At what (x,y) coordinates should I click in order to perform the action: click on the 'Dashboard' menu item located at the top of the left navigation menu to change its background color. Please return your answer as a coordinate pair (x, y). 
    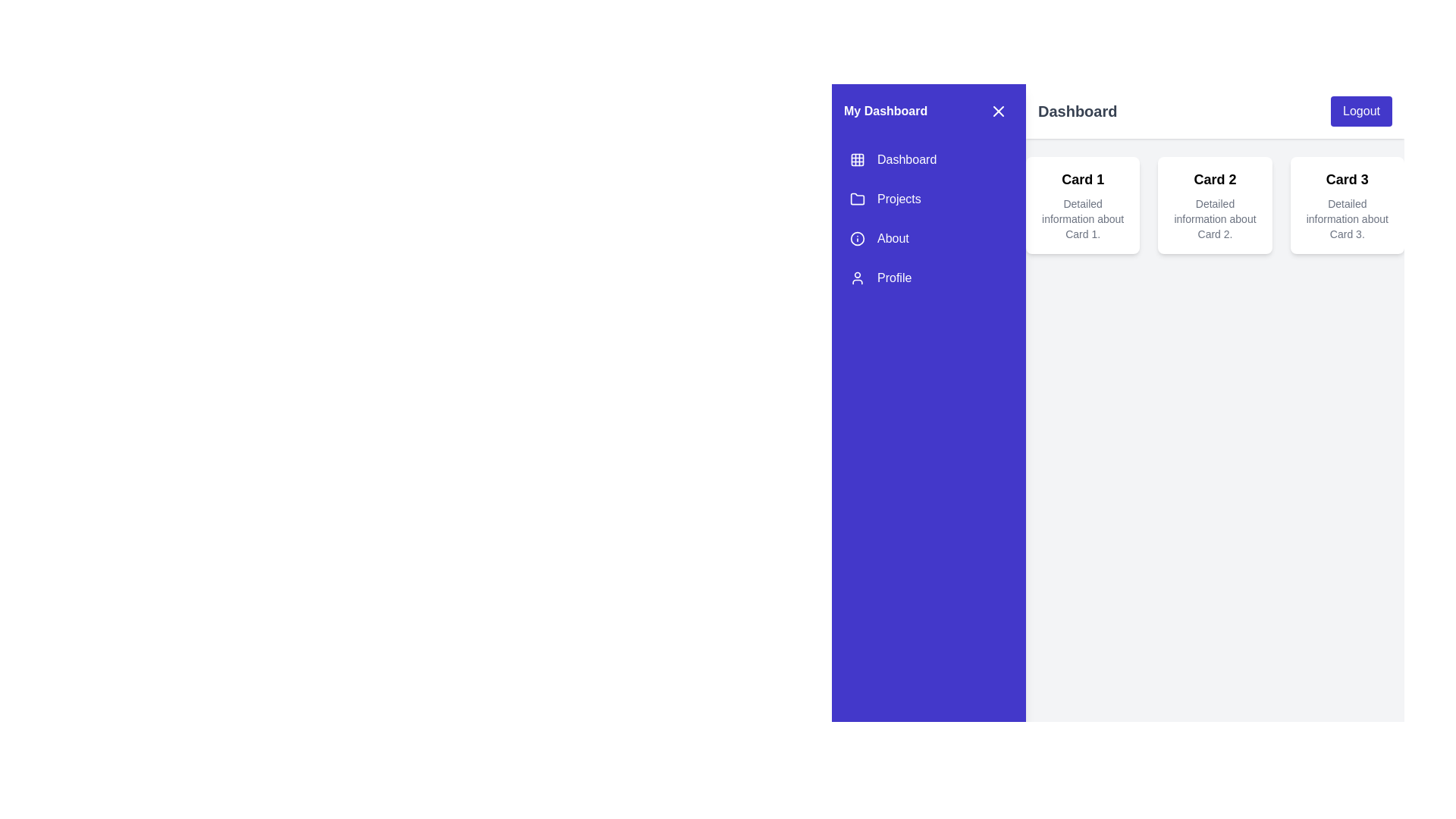
    Looking at the image, I should click on (927, 160).